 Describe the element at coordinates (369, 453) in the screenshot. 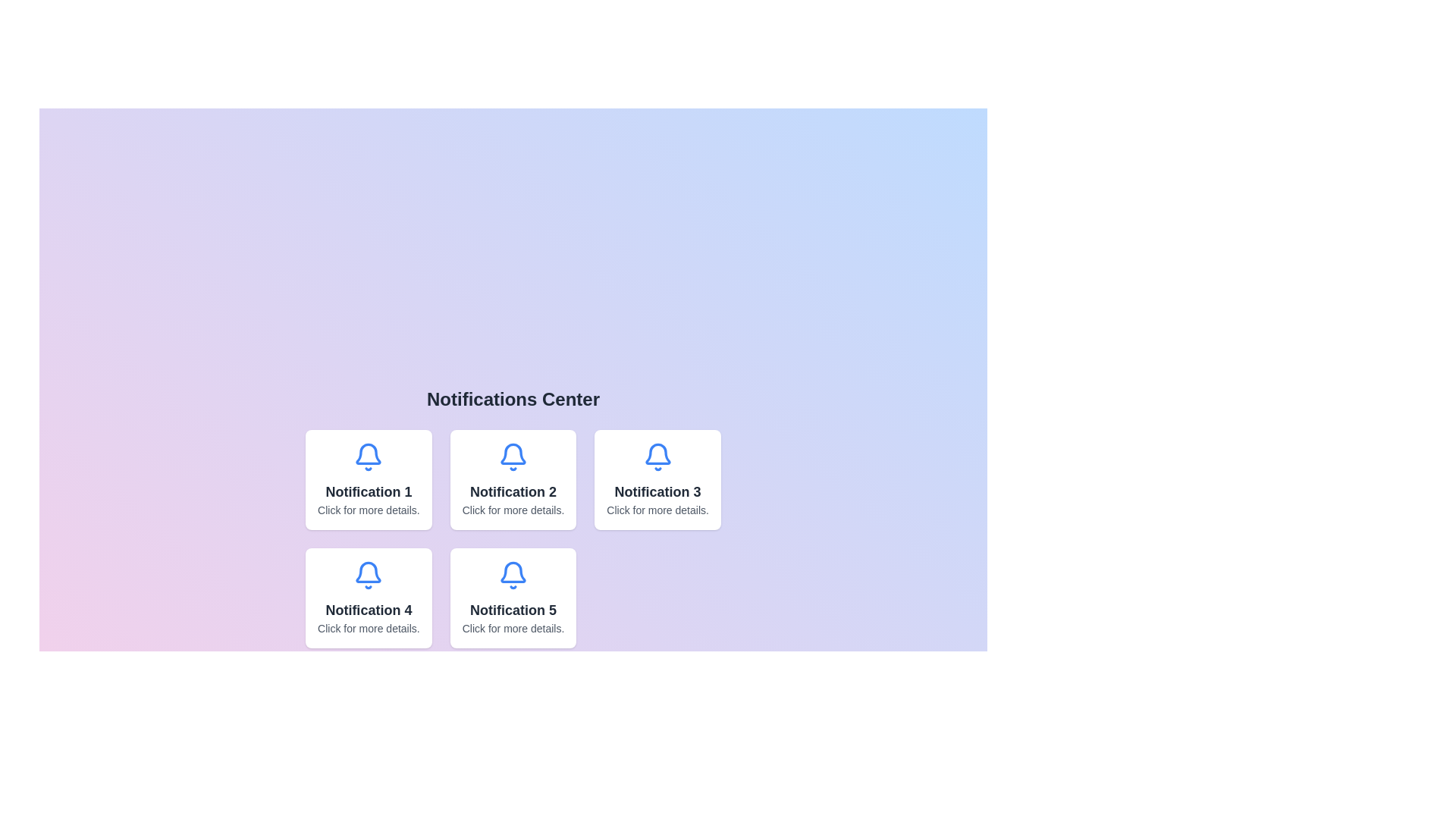

I see `the hollow bell icon in the first notification card under the 'Notifications Center' heading` at that location.